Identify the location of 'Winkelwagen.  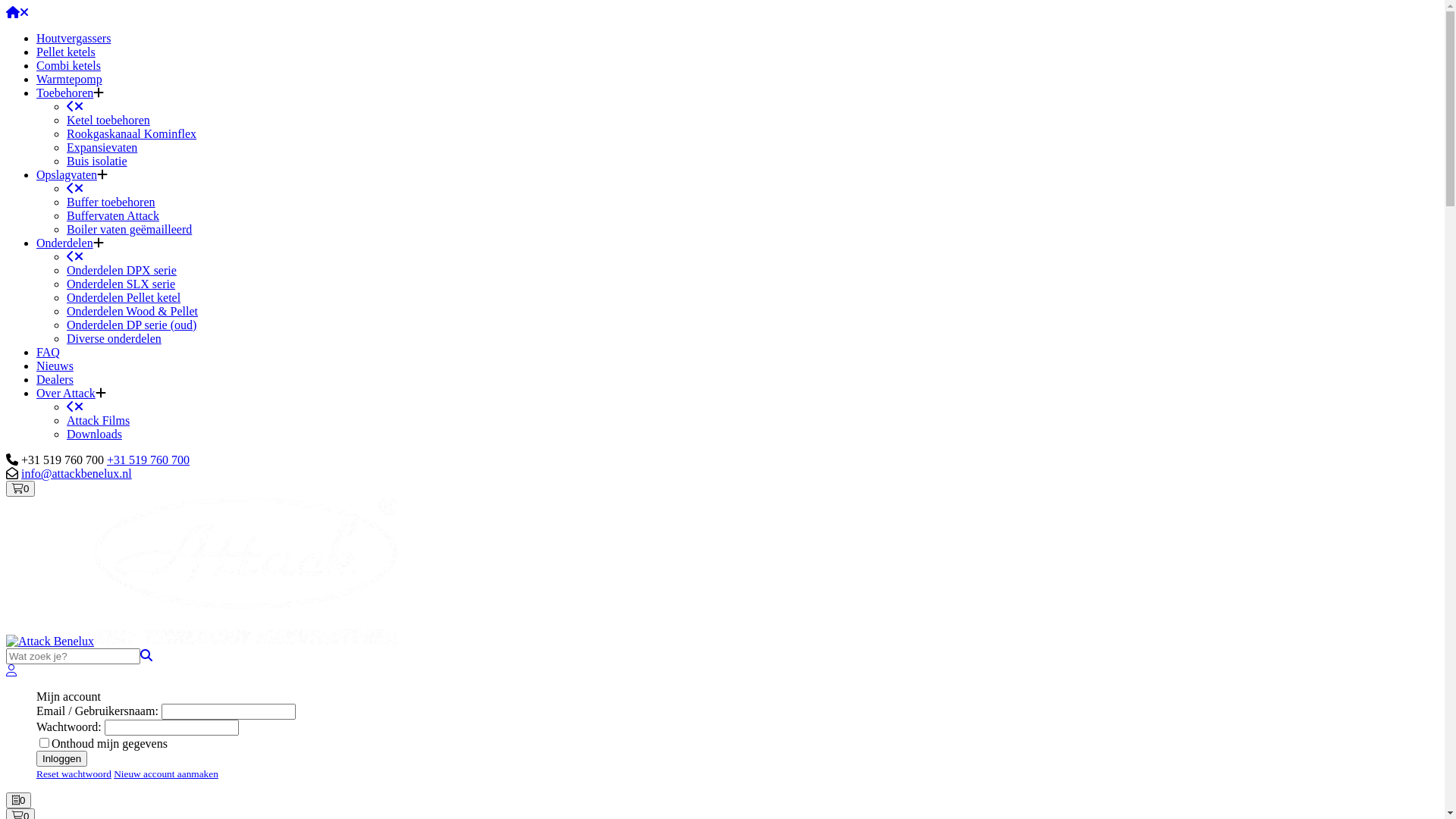
(6, 488).